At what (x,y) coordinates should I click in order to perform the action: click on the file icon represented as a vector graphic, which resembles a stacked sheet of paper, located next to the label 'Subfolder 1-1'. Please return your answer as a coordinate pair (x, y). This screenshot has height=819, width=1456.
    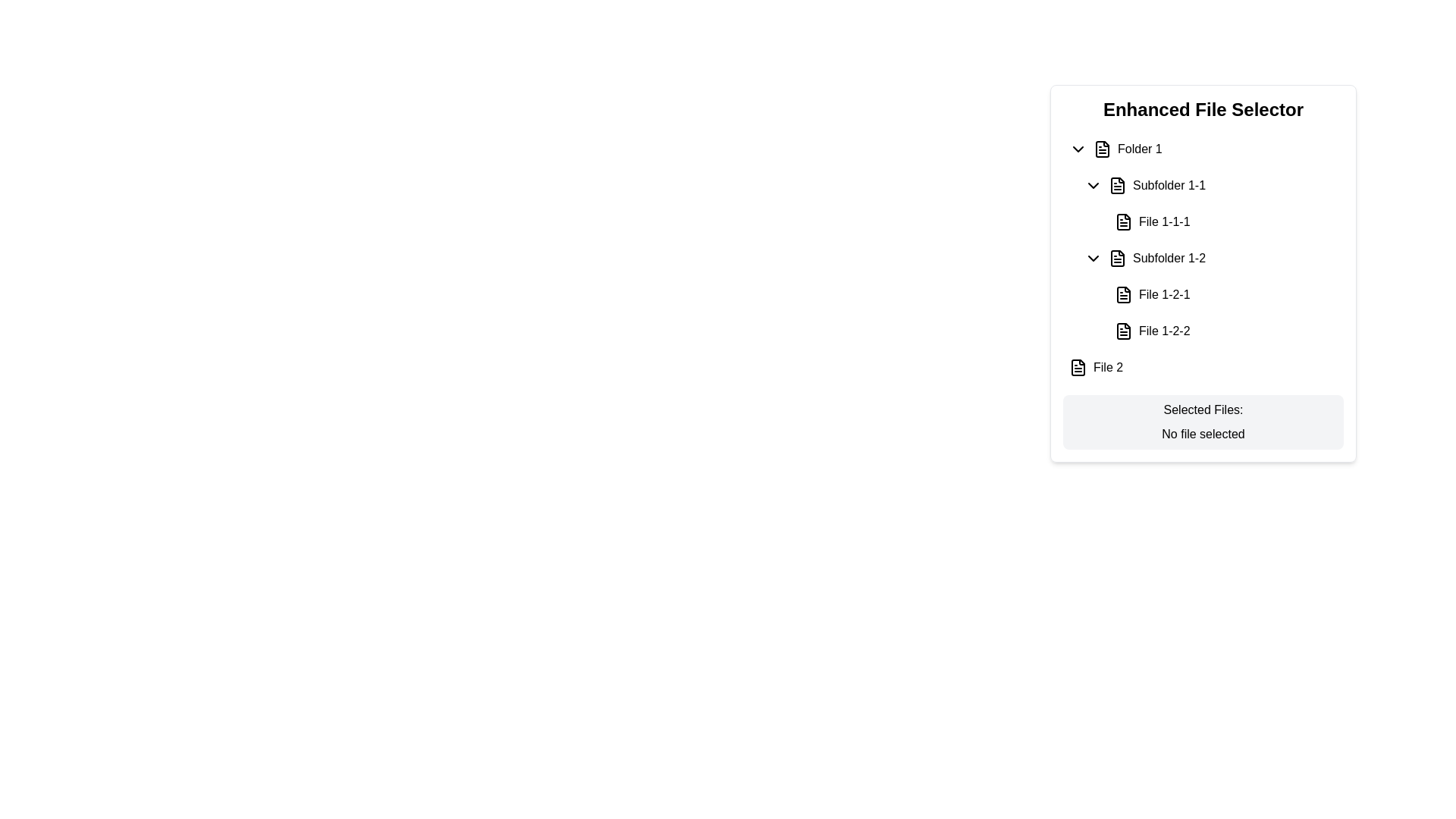
    Looking at the image, I should click on (1117, 185).